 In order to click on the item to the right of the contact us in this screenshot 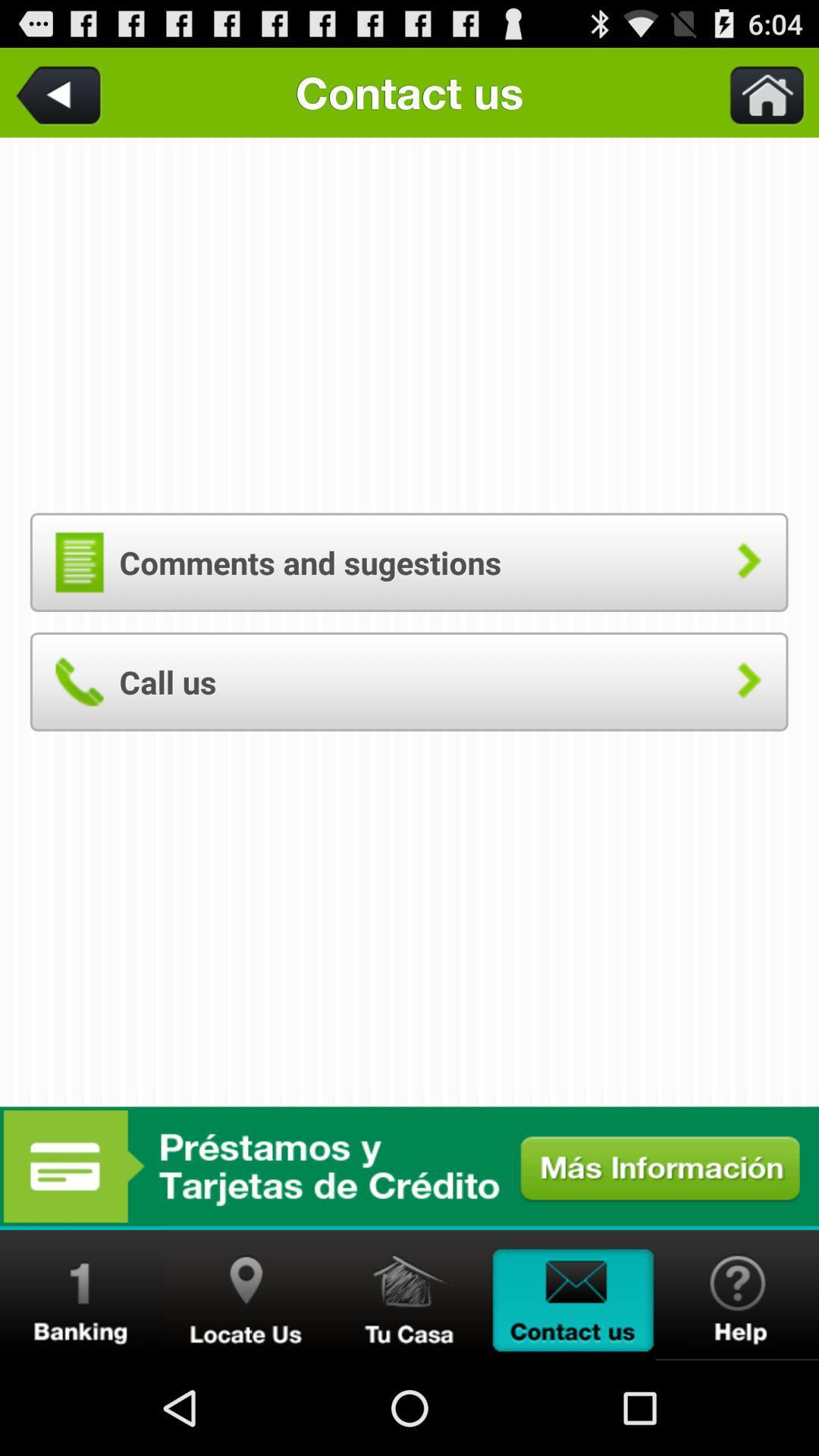, I will do `click(758, 92)`.